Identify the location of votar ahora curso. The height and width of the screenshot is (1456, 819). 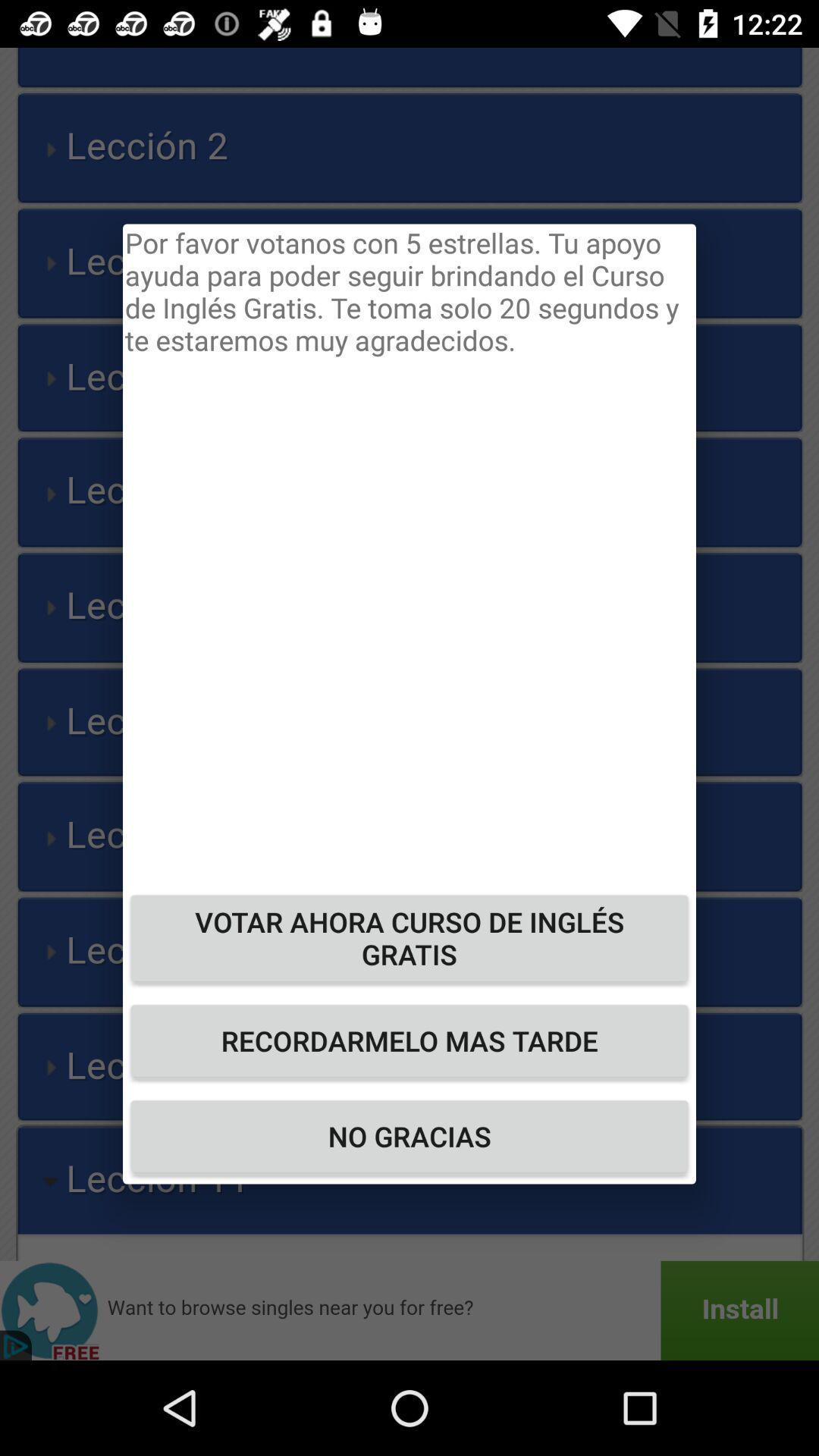
(409, 937).